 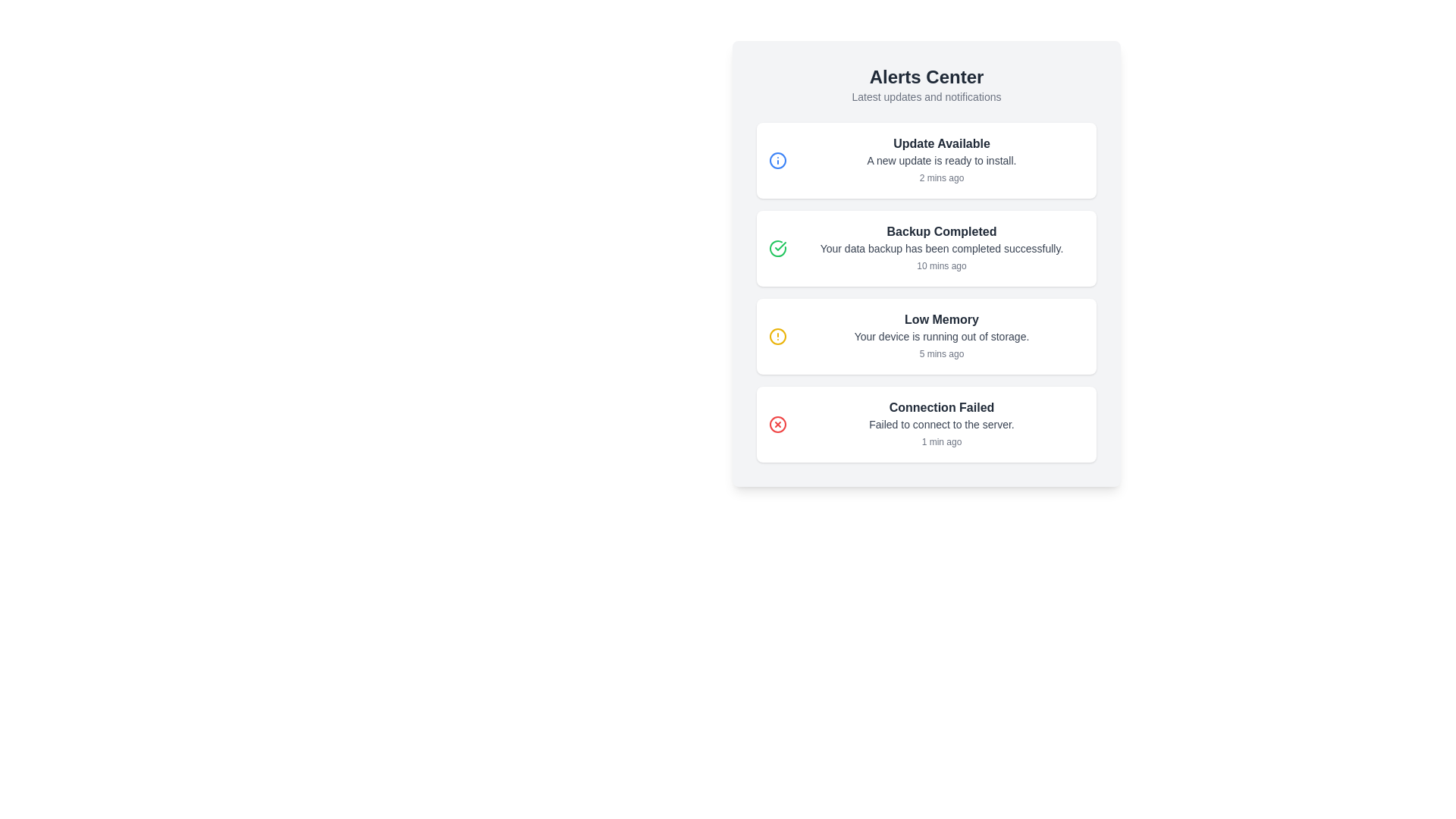 What do you see at coordinates (941, 335) in the screenshot?
I see `the Notification card that alerts the user about low memory, located in the third slot of the notification list, to interact and view further details` at bounding box center [941, 335].